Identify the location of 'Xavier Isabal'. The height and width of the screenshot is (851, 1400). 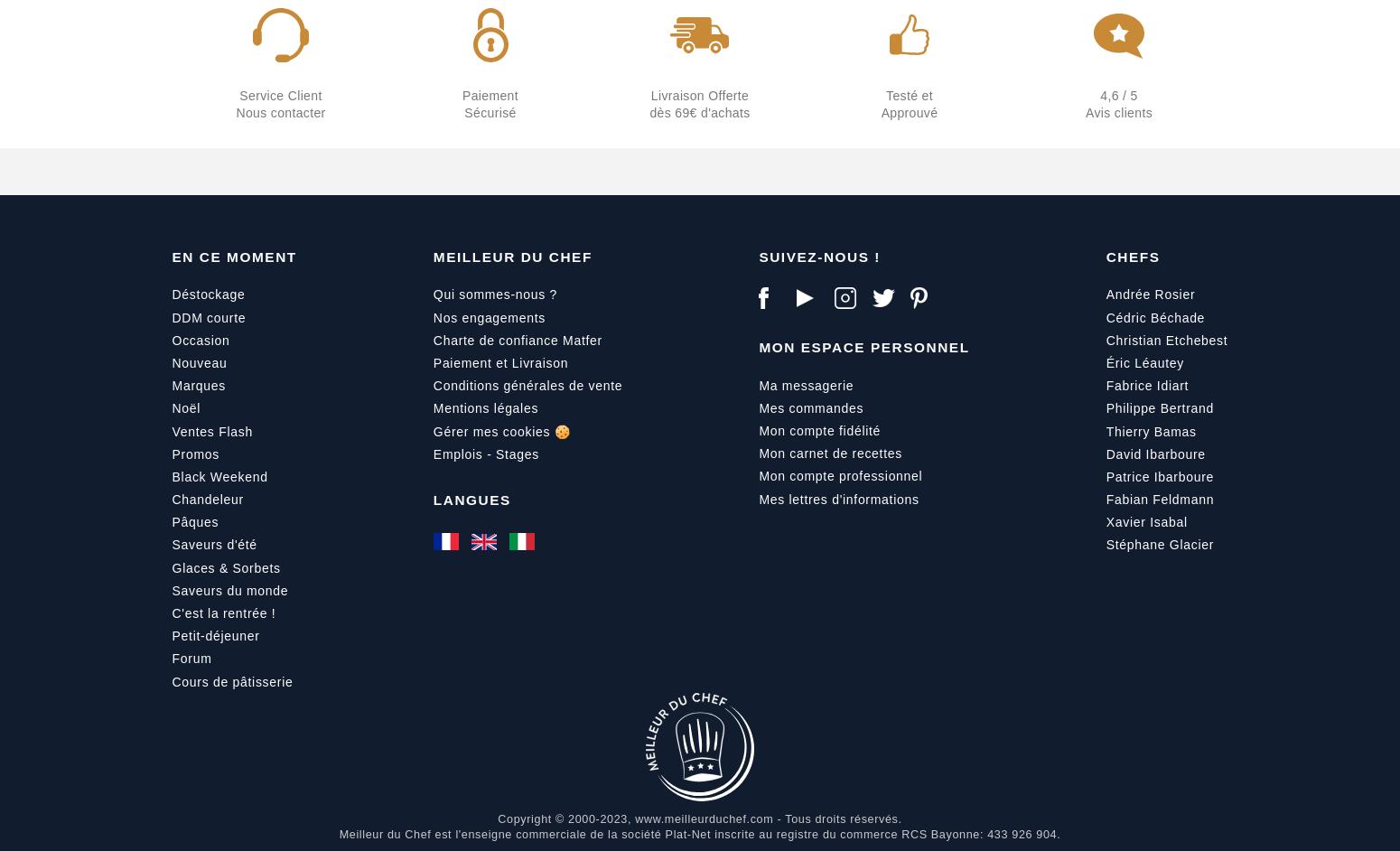
(1144, 522).